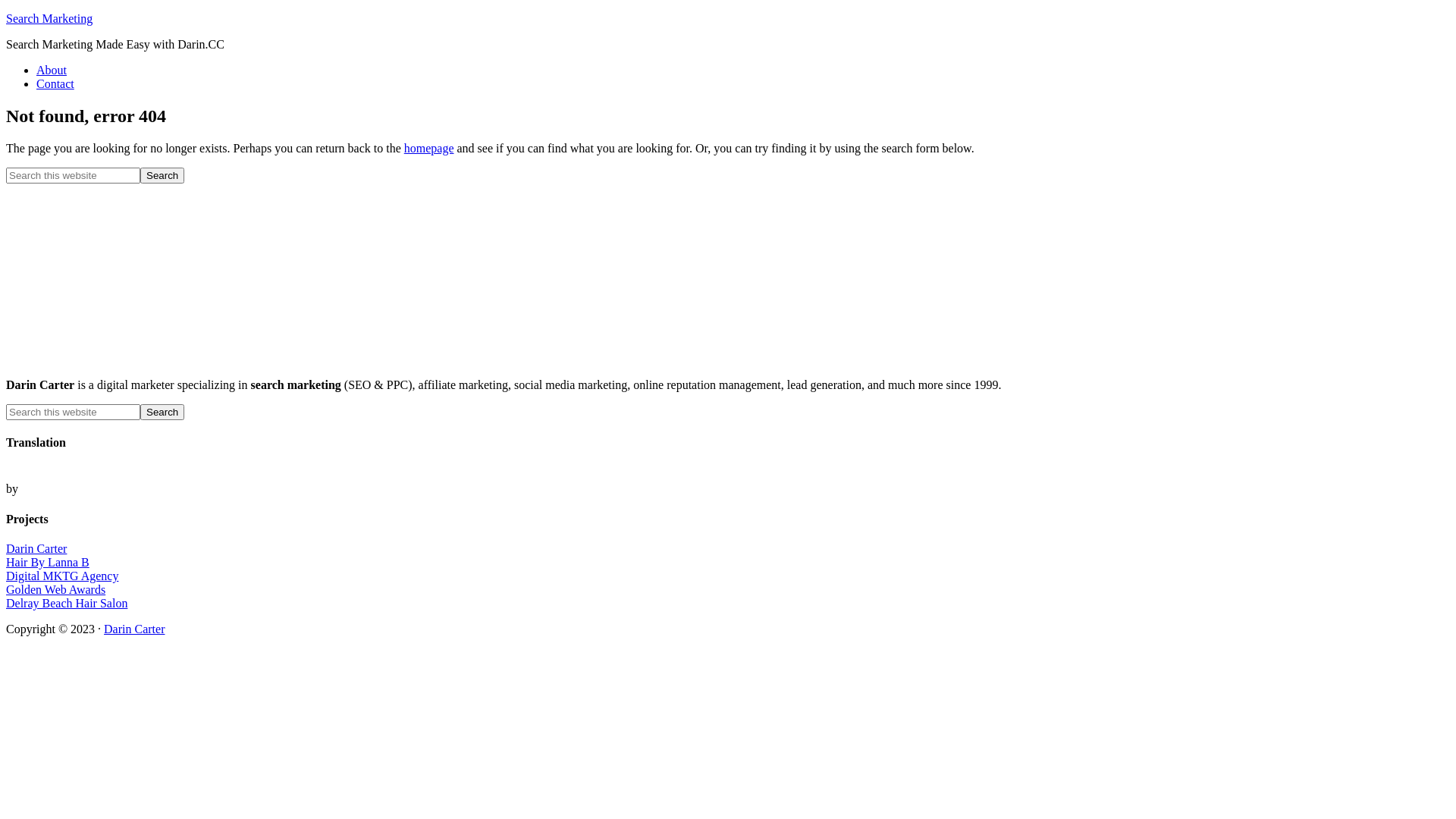 Image resolution: width=1456 pixels, height=819 pixels. Describe the element at coordinates (55, 588) in the screenshot. I see `'Golden Web Awards'` at that location.